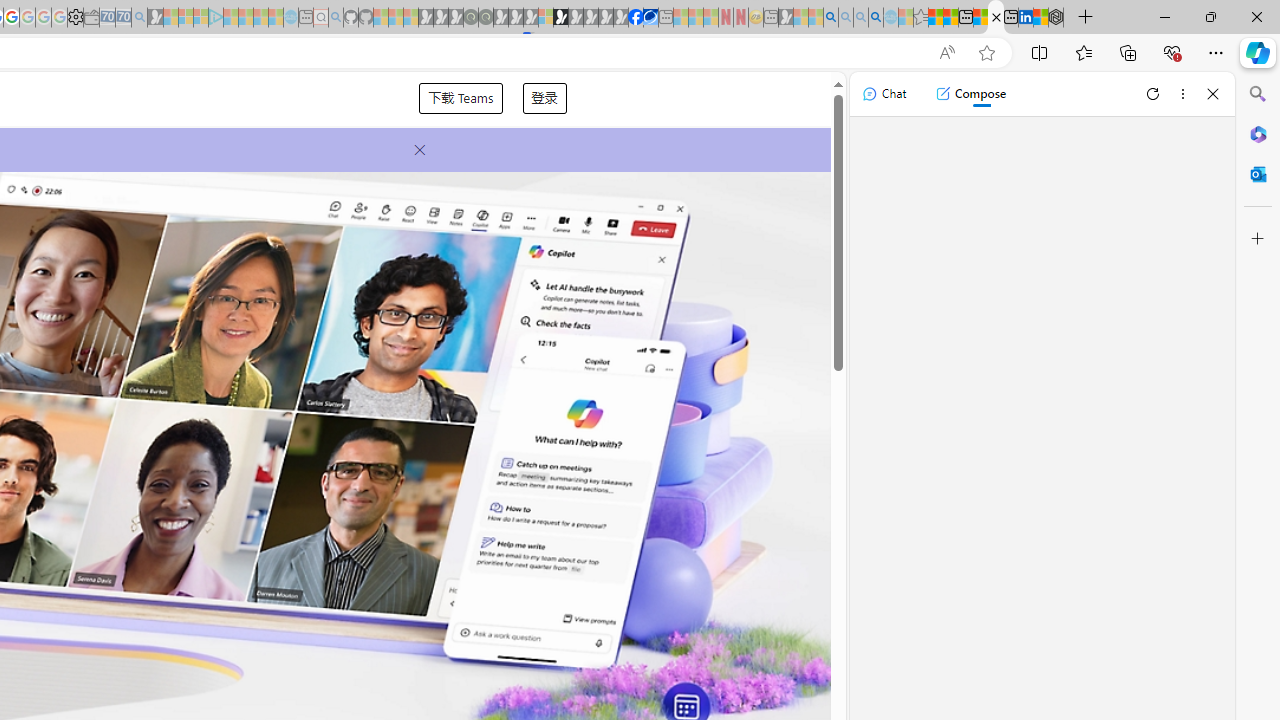 Image resolution: width=1280 pixels, height=720 pixels. Describe the element at coordinates (485, 17) in the screenshot. I see `'Future Focus Report 2024 - Sleeping'` at that location.